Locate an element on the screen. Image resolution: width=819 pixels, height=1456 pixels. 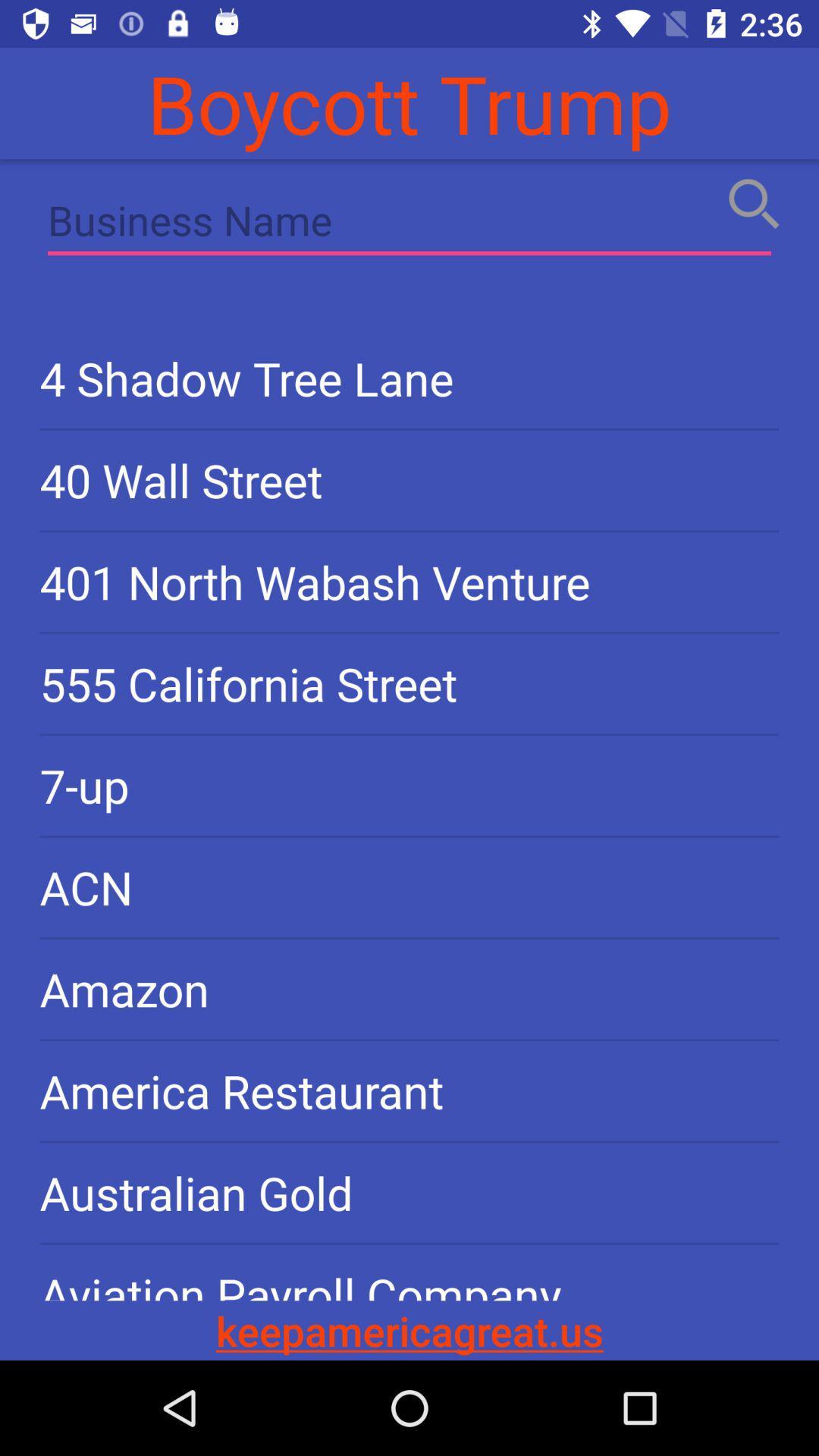
keepamericagreat.us  item is located at coordinates (409, 1329).